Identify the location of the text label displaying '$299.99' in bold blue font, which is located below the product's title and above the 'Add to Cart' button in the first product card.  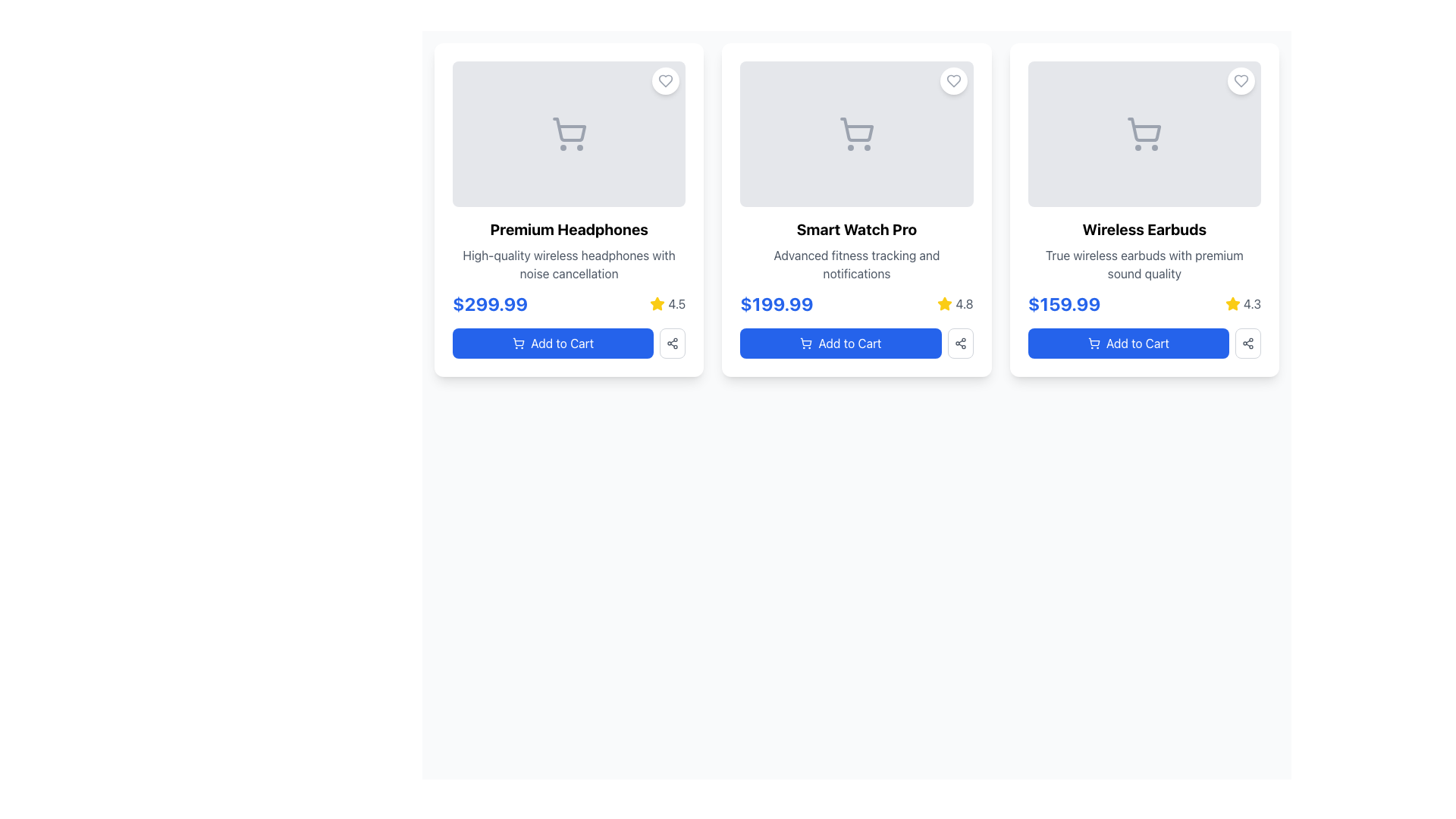
(490, 304).